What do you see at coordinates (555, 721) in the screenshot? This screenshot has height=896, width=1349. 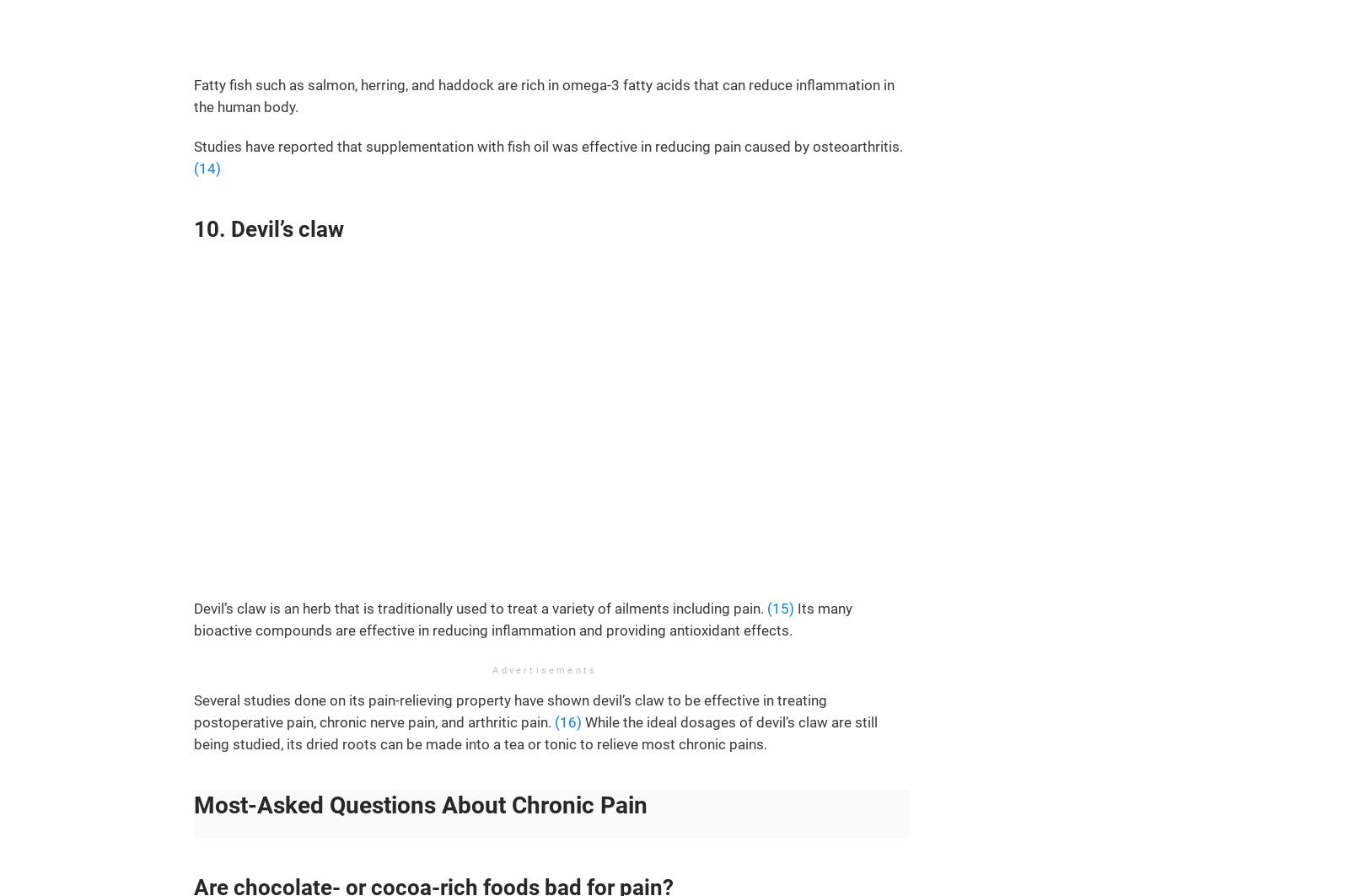 I see `'(16)'` at bounding box center [555, 721].